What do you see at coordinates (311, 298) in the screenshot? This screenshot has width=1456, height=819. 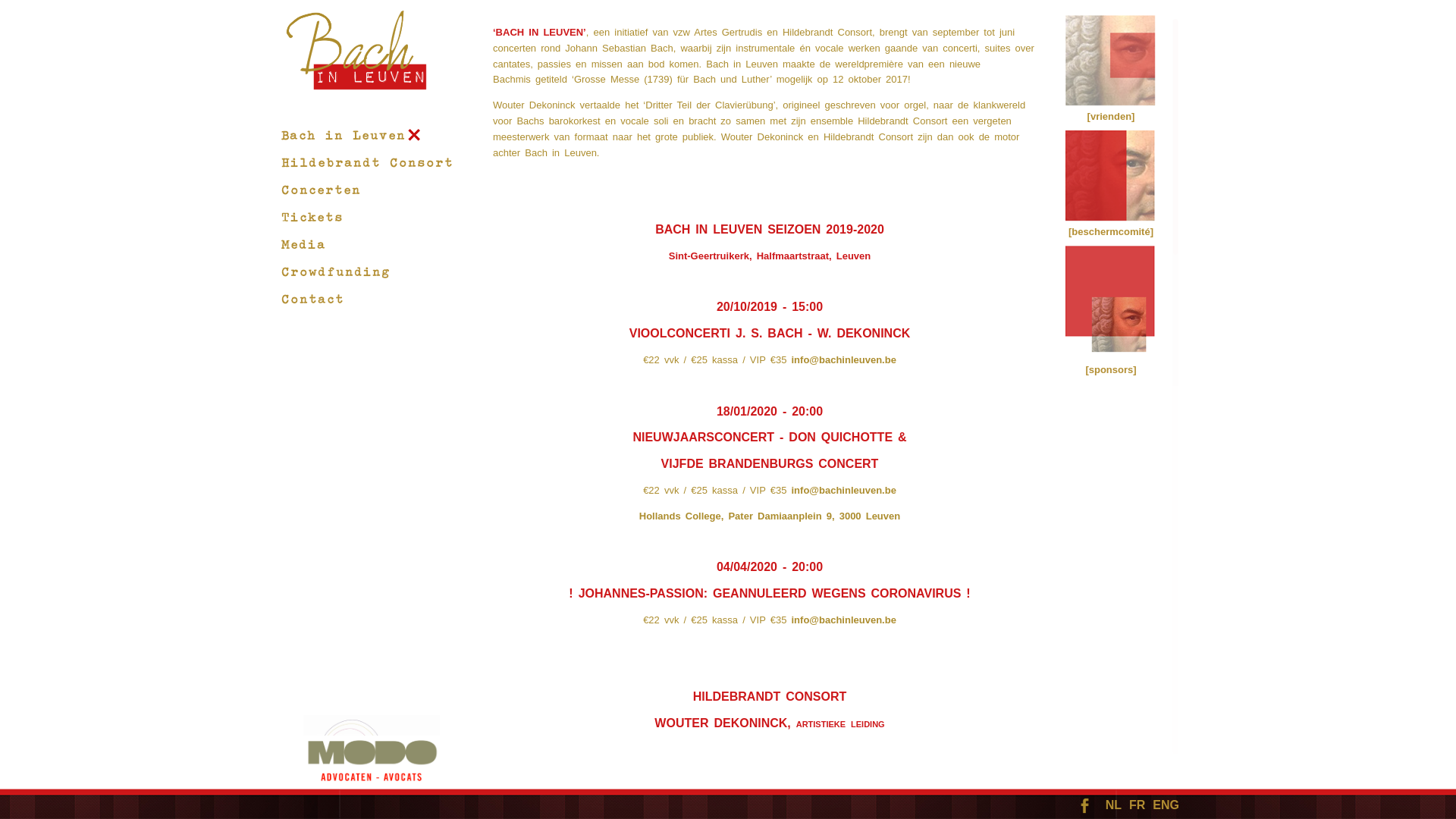 I see `'Contact'` at bounding box center [311, 298].